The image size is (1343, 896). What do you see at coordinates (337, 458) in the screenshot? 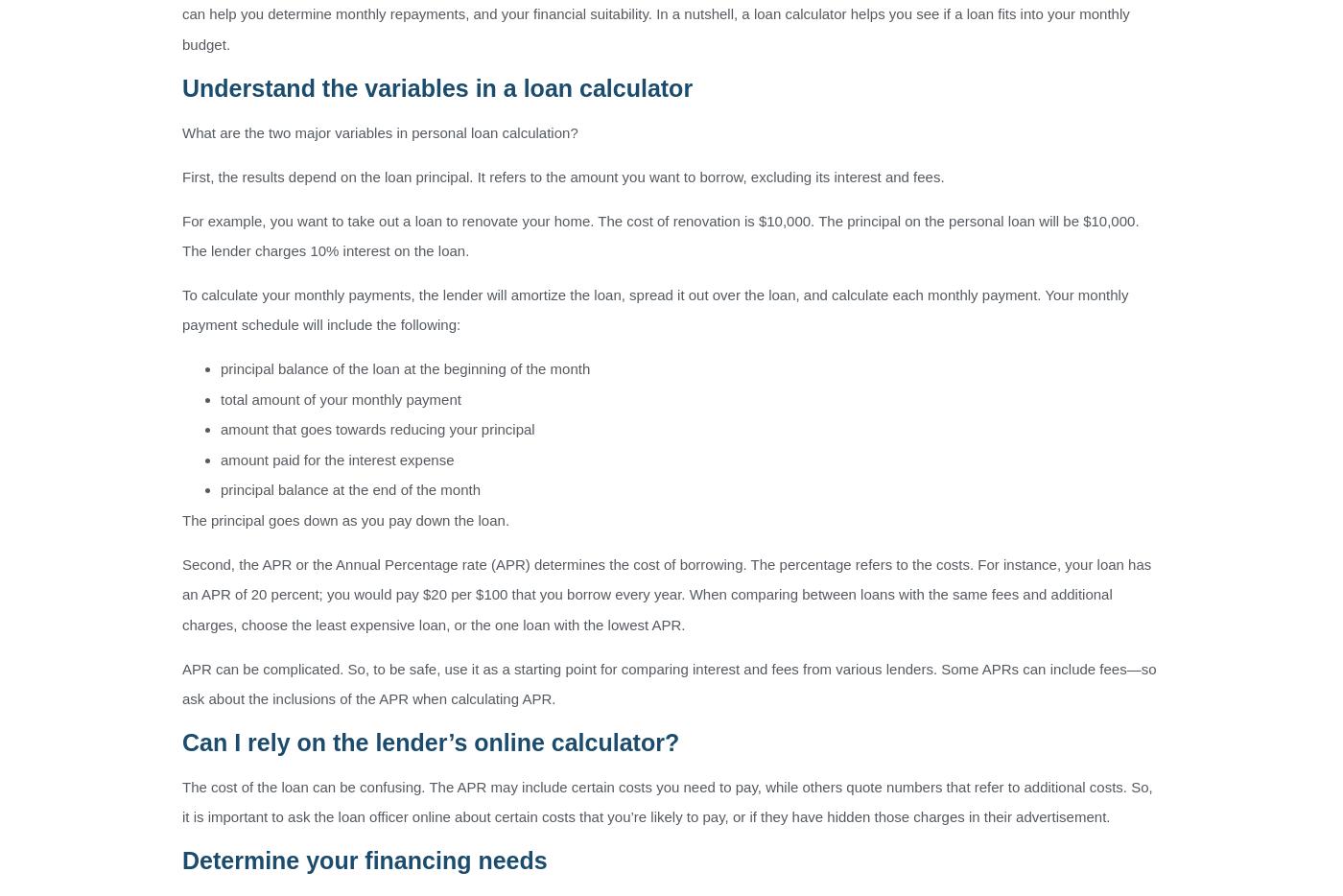
I see `'amount paid for the interest expense'` at bounding box center [337, 458].